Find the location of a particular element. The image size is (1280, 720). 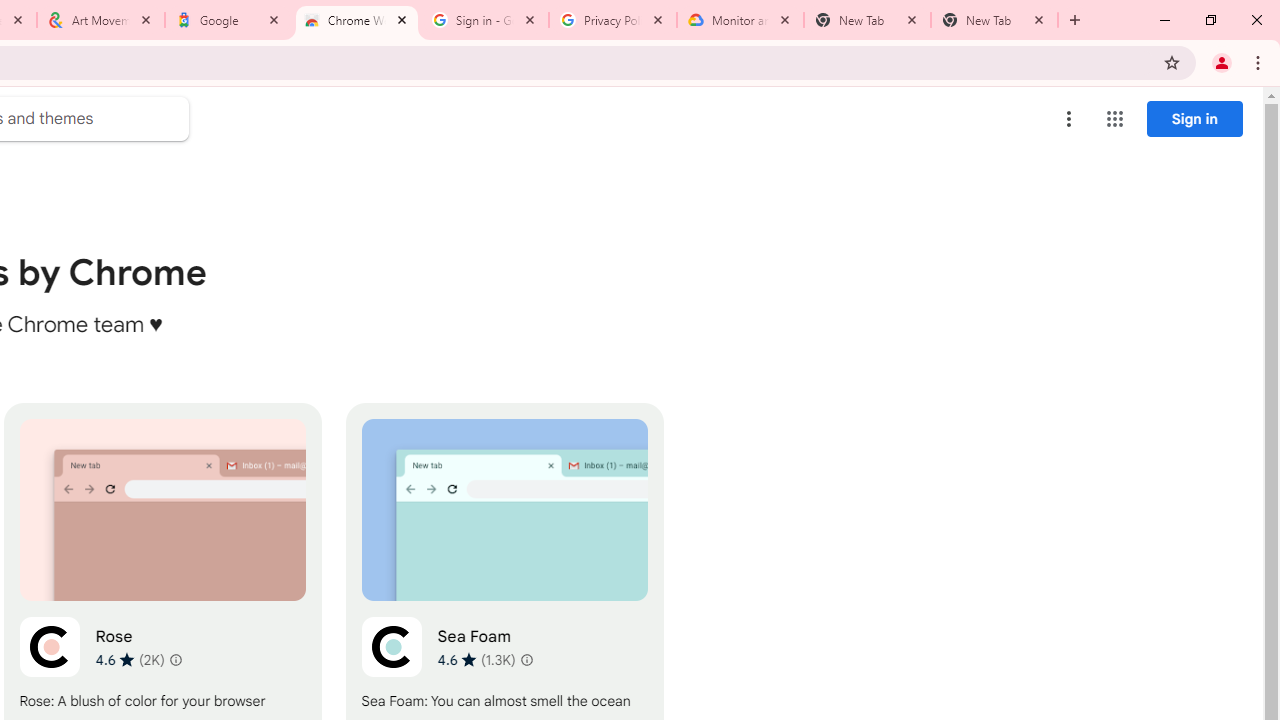

'Learn more about results and reviews "Rose"' is located at coordinates (176, 659).